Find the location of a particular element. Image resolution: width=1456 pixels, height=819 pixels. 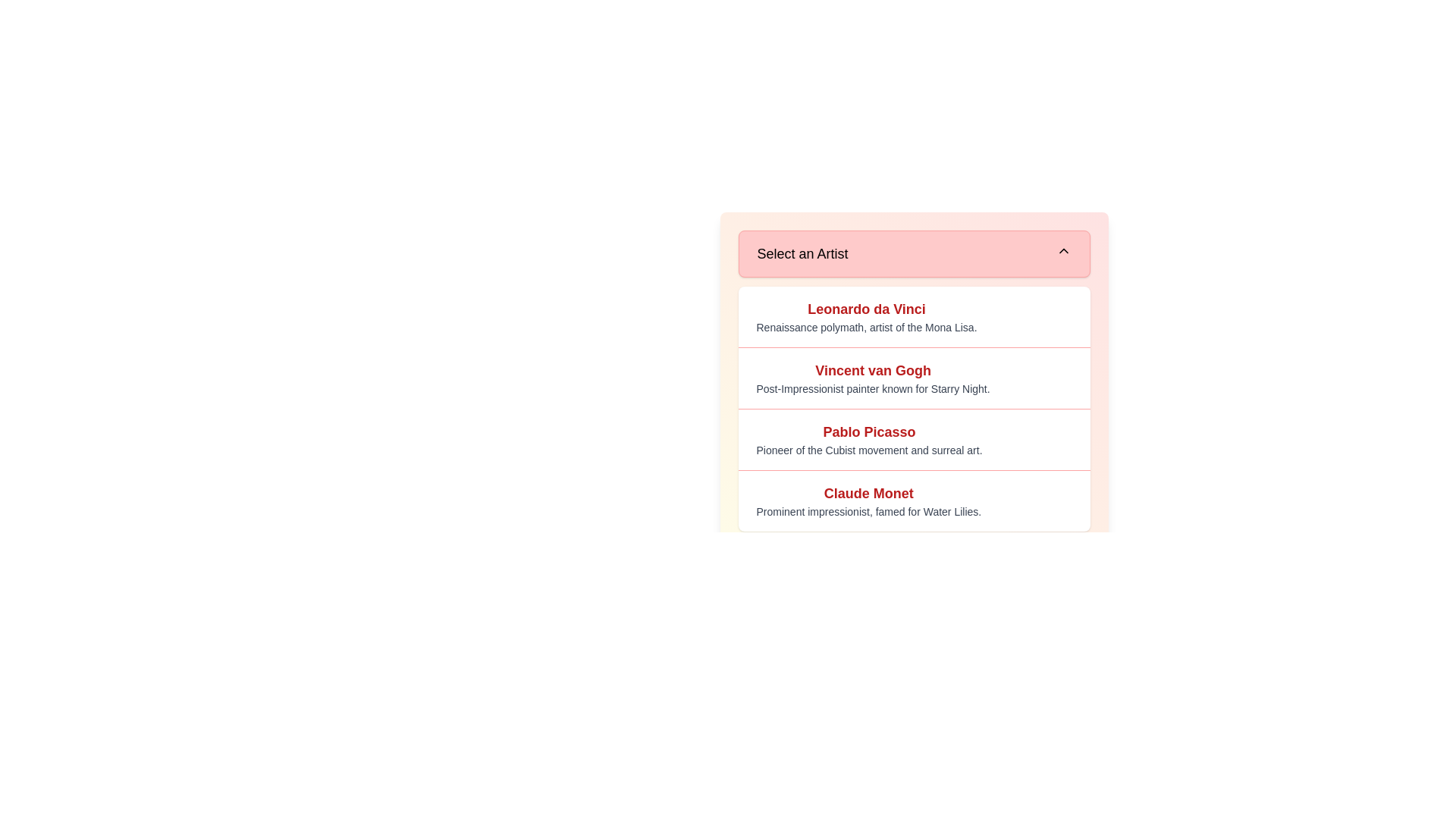

the 'Select an Artist' dropdown toggle button is located at coordinates (913, 253).